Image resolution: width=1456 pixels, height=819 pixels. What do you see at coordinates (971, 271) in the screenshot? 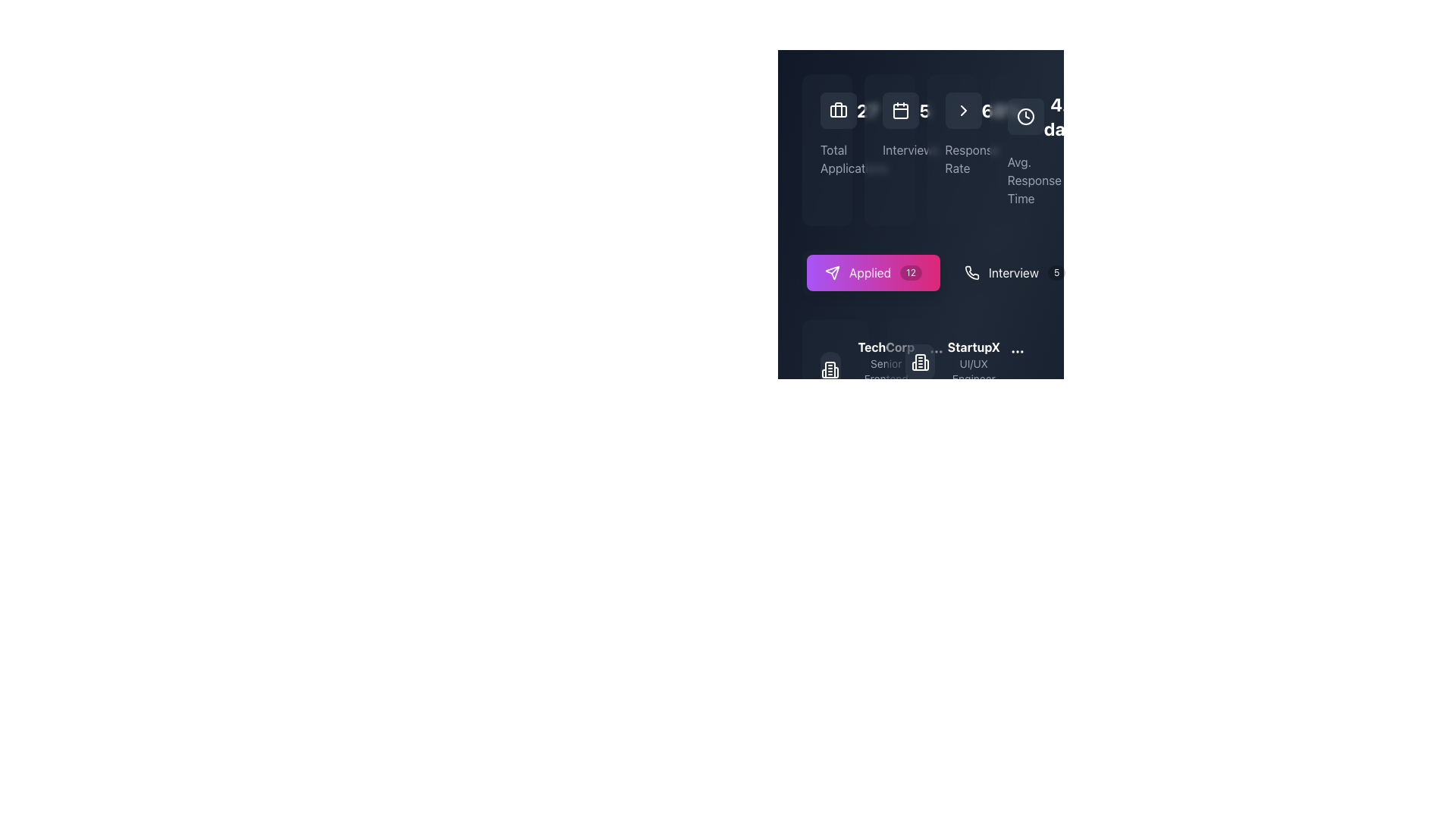
I see `the phone icon that represents the calling or interview scheduling feature, located to the left of the text 'Interview 5'` at bounding box center [971, 271].